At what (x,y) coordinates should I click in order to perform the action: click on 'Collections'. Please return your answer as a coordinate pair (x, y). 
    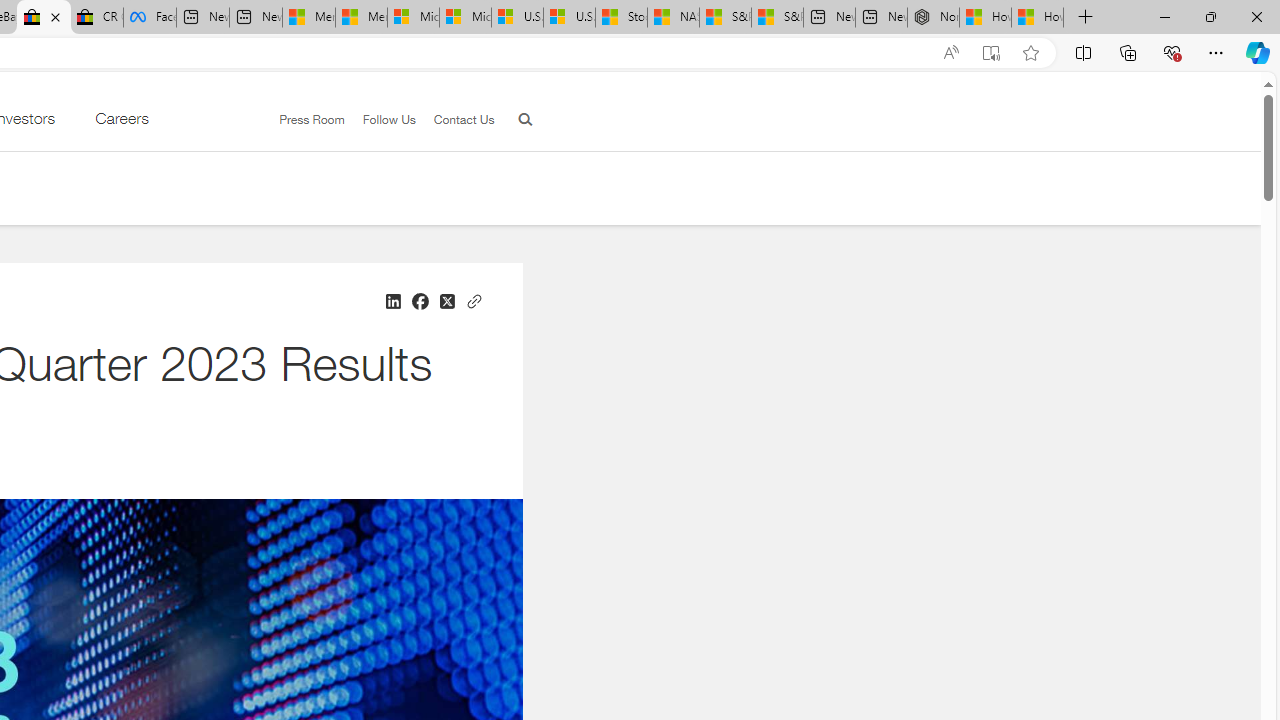
    Looking at the image, I should click on (1128, 51).